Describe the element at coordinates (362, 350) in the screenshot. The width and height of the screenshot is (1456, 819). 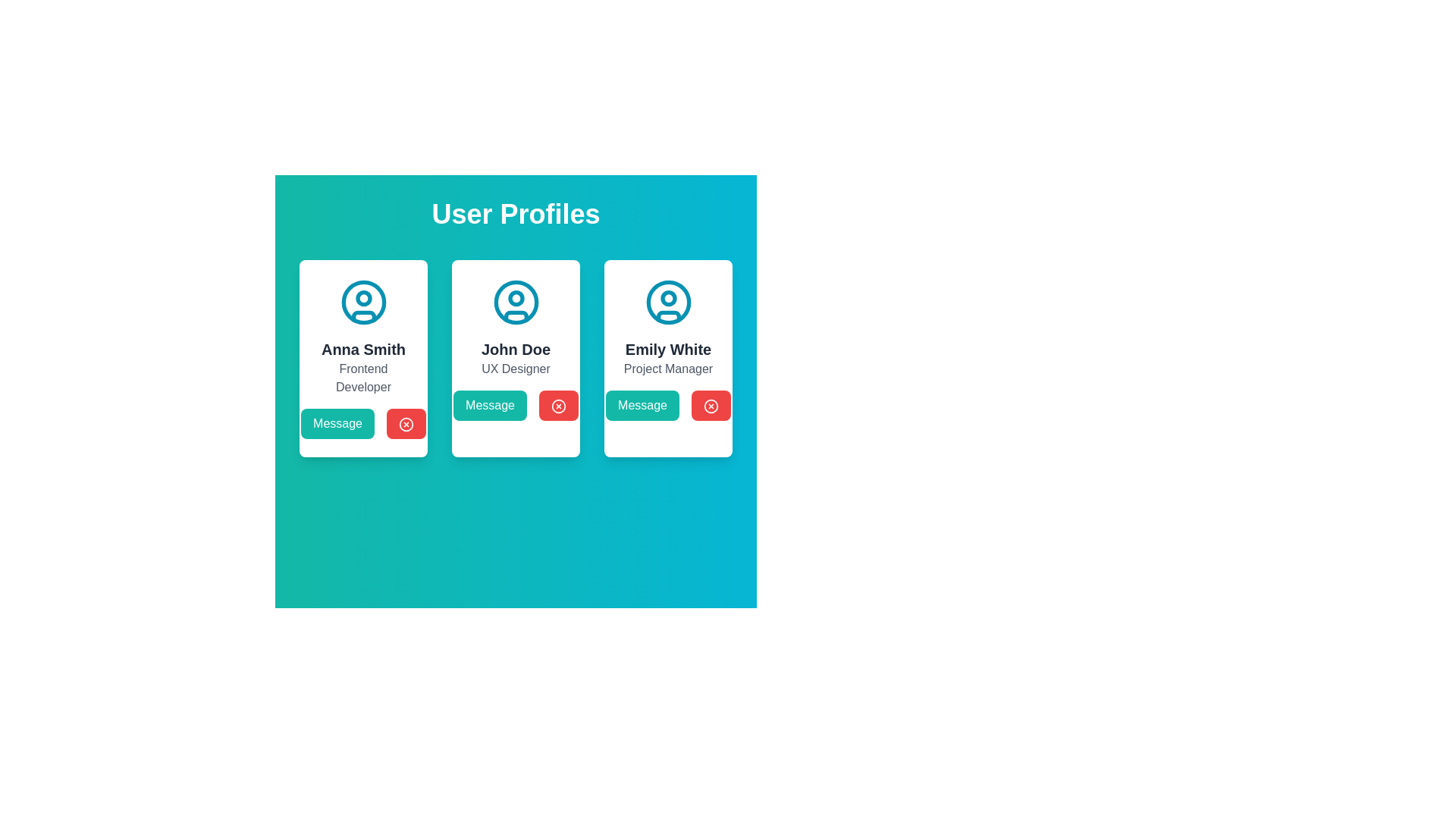
I see `the primary heading text label within the leftmost profile card, which displays the user's name and is located above the 'Frontend Developer' text` at that location.